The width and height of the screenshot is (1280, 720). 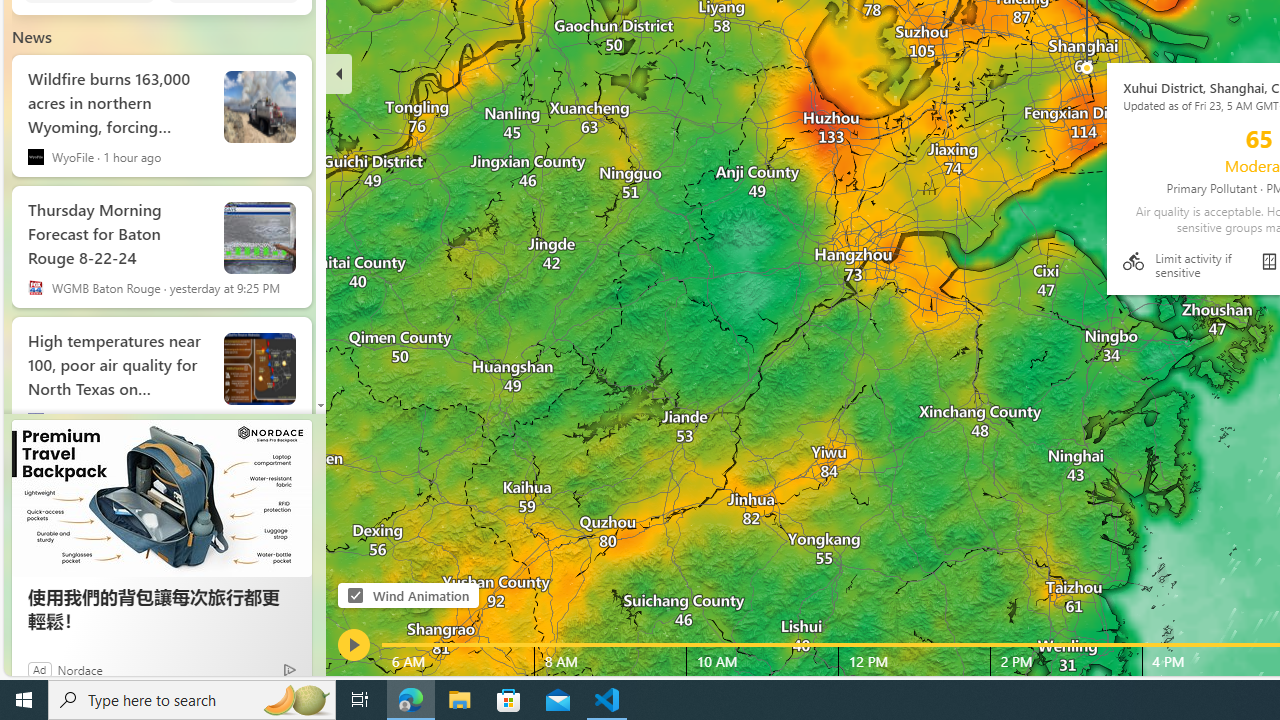 I want to click on 'Thursday Morning Forecast for Baton Rouge 8-22-24', so click(x=116, y=229).